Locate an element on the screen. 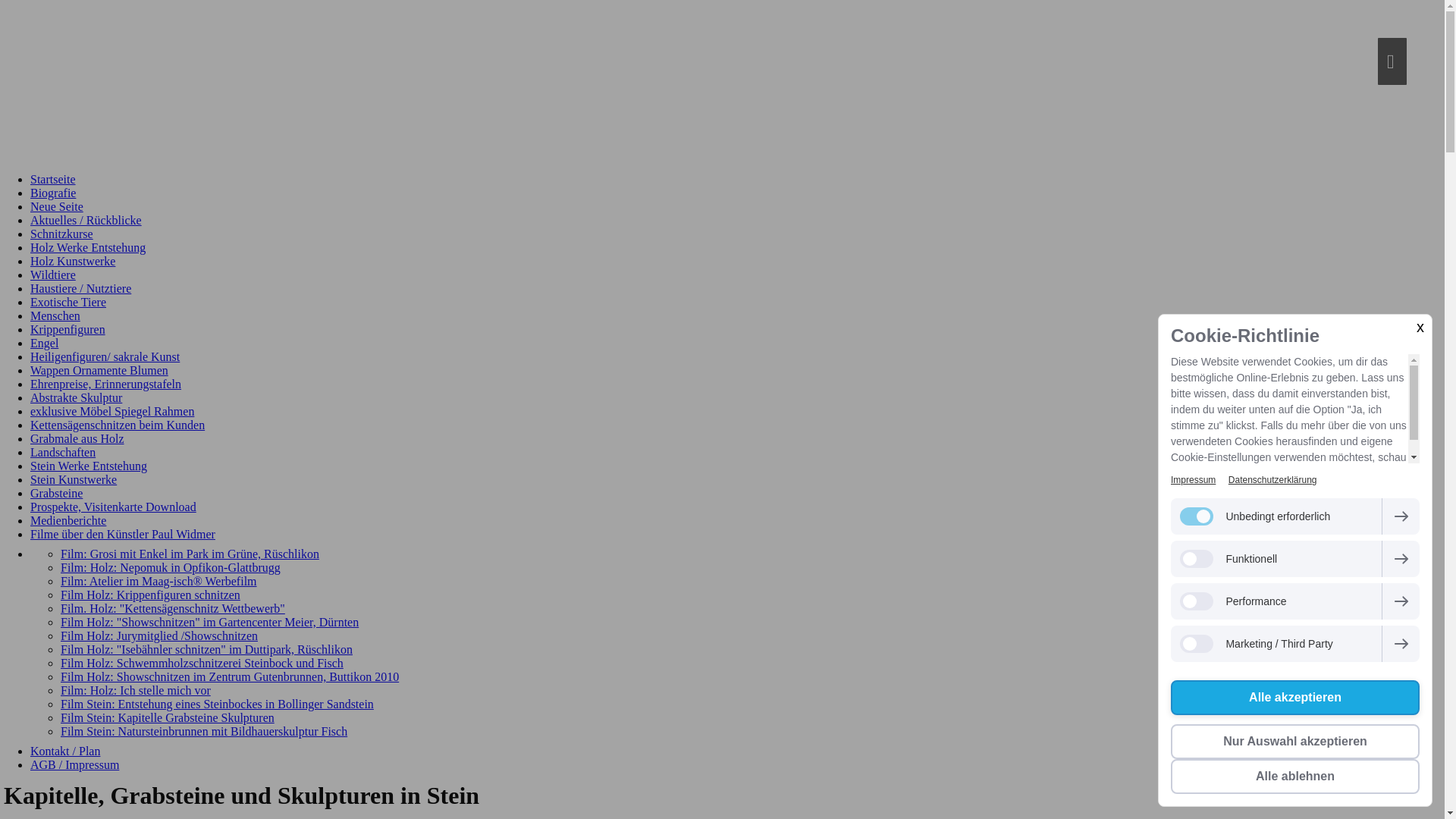 This screenshot has width=1456, height=819. 'Abstrakte Skulptur' is located at coordinates (75, 397).